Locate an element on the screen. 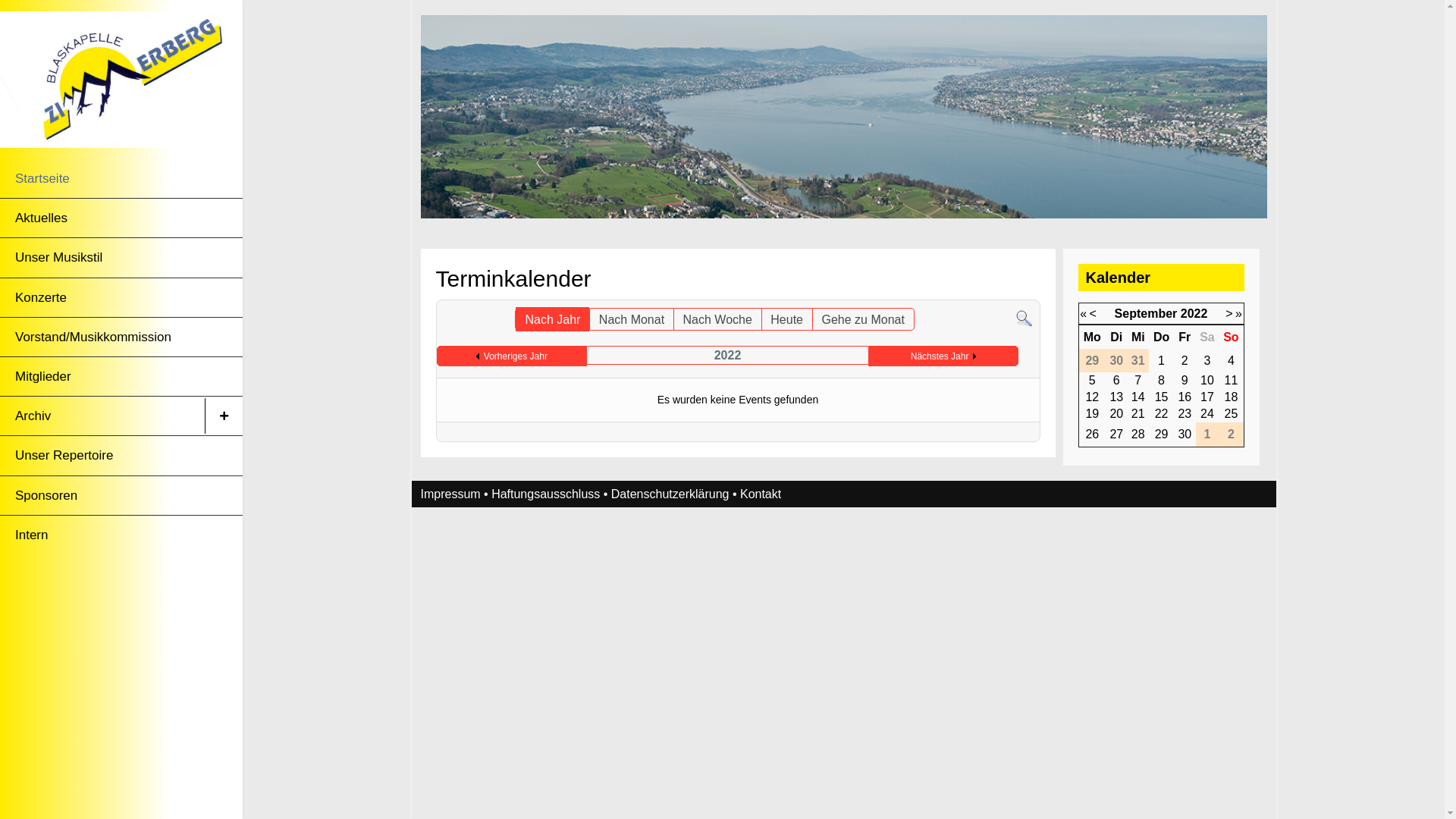  '21' is located at coordinates (1131, 413).